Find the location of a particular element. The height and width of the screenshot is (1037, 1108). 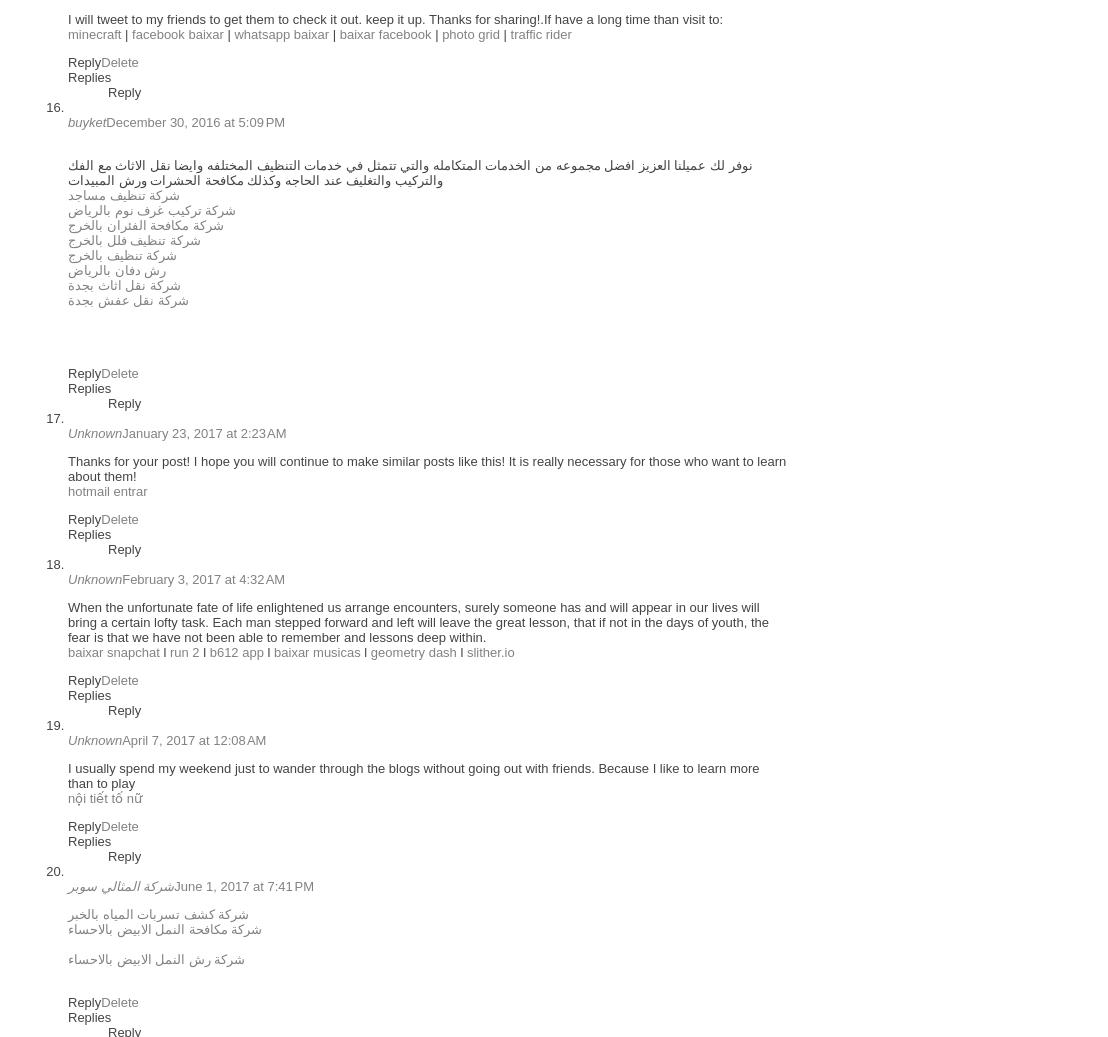

'When the unfortunate fate of life enlightened us arrange encounters, surely someone has and will appear in our lives will bring a certain lofty task. Each man stepped forward and left will leave the great lesson, that if not in the days of youth, the fear is that we have not been able to remember and lessons deep within.' is located at coordinates (67, 622).